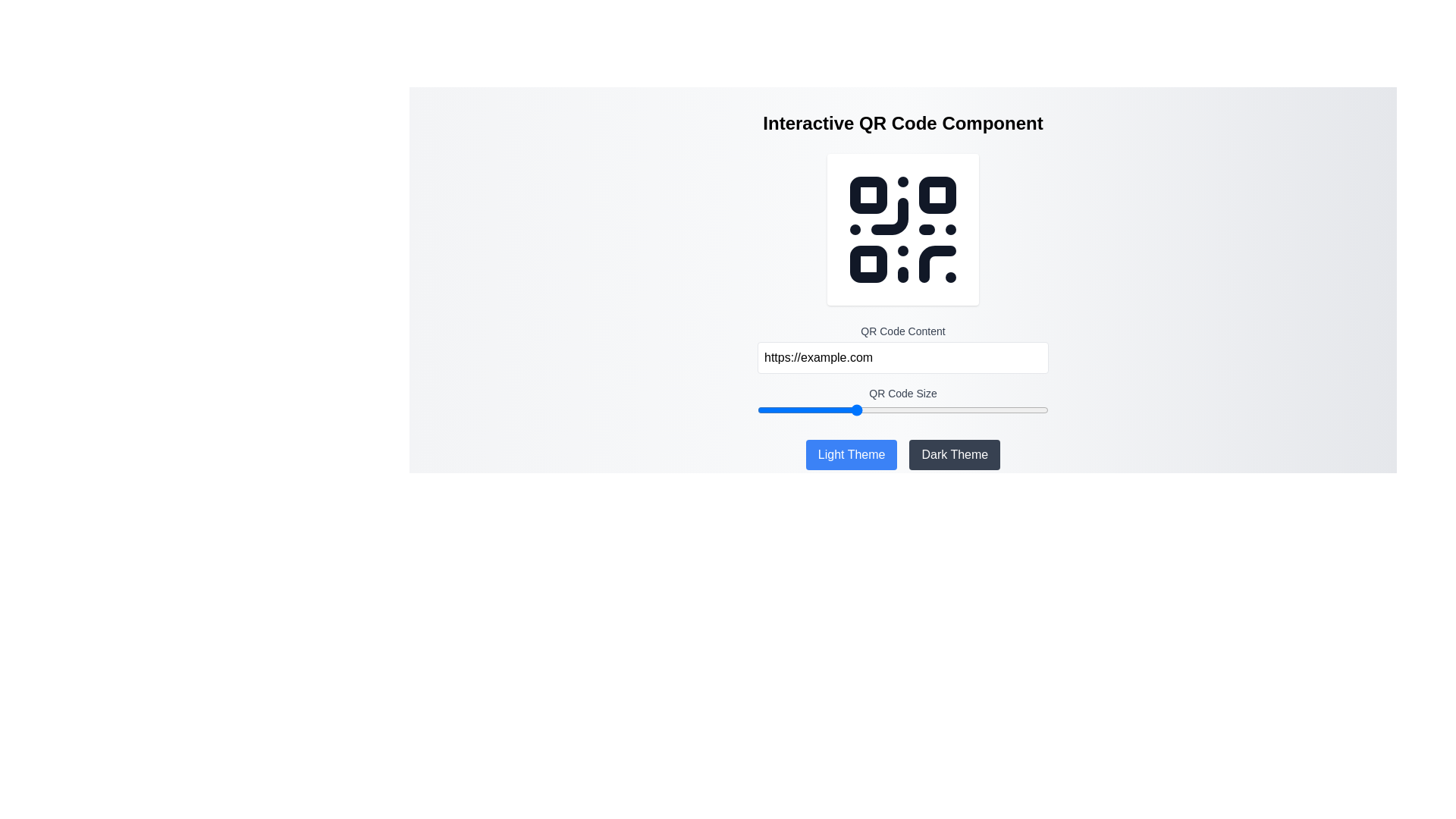  Describe the element at coordinates (952, 409) in the screenshot. I see `the QR Code size` at that location.